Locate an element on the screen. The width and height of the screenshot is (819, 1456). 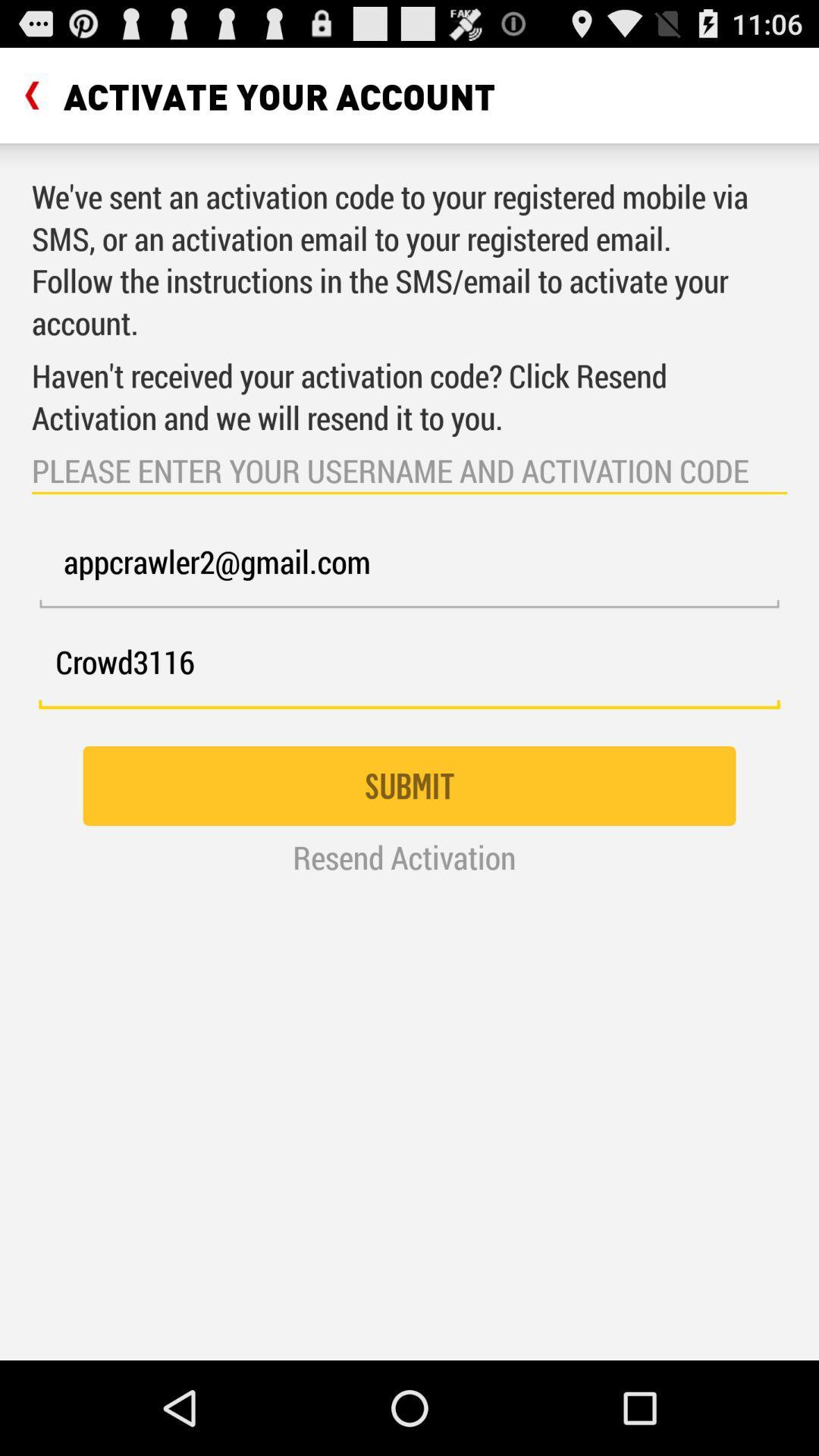
the submit icon is located at coordinates (409, 786).